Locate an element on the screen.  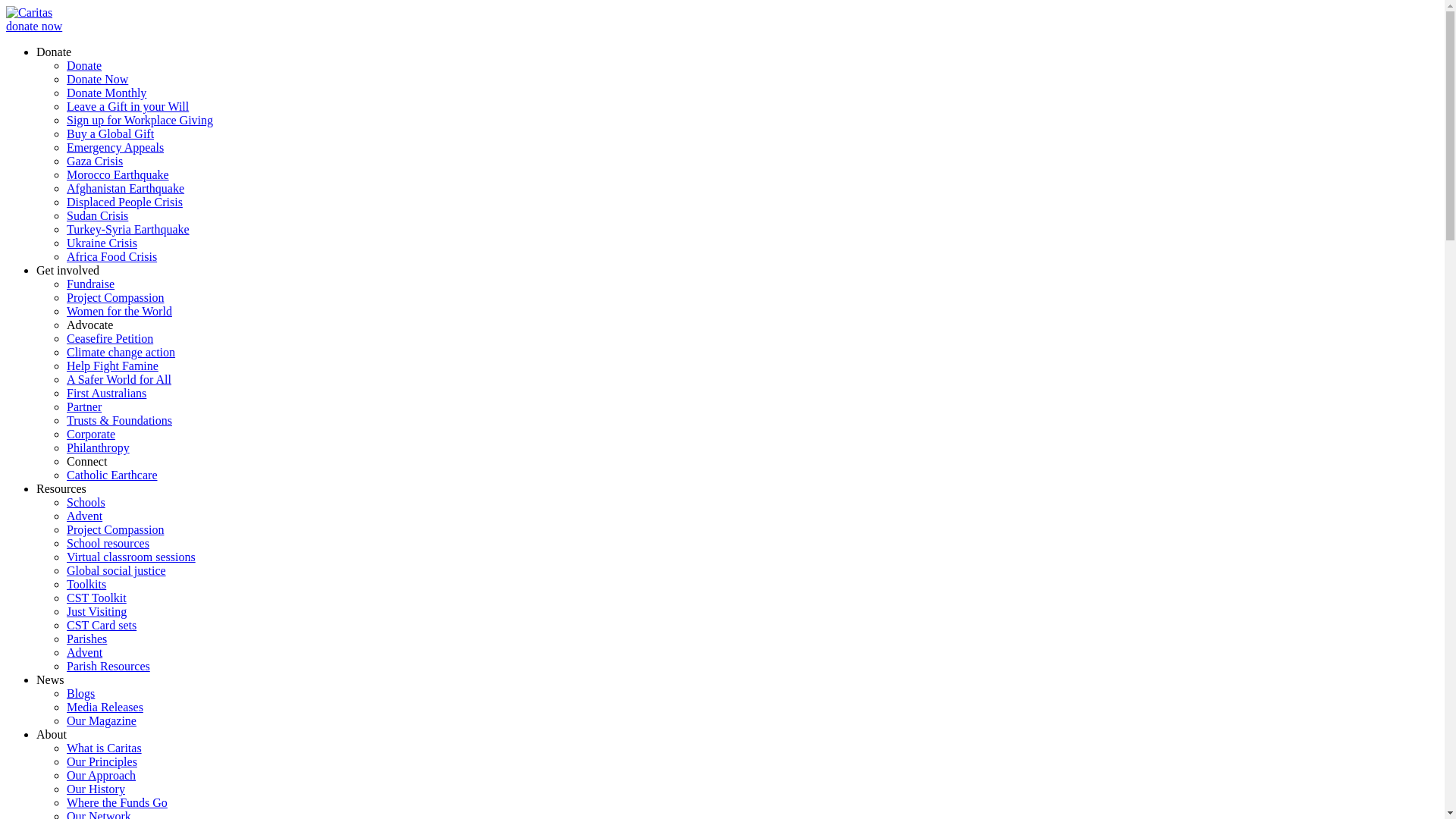
'Philanthropy' is located at coordinates (65, 447).